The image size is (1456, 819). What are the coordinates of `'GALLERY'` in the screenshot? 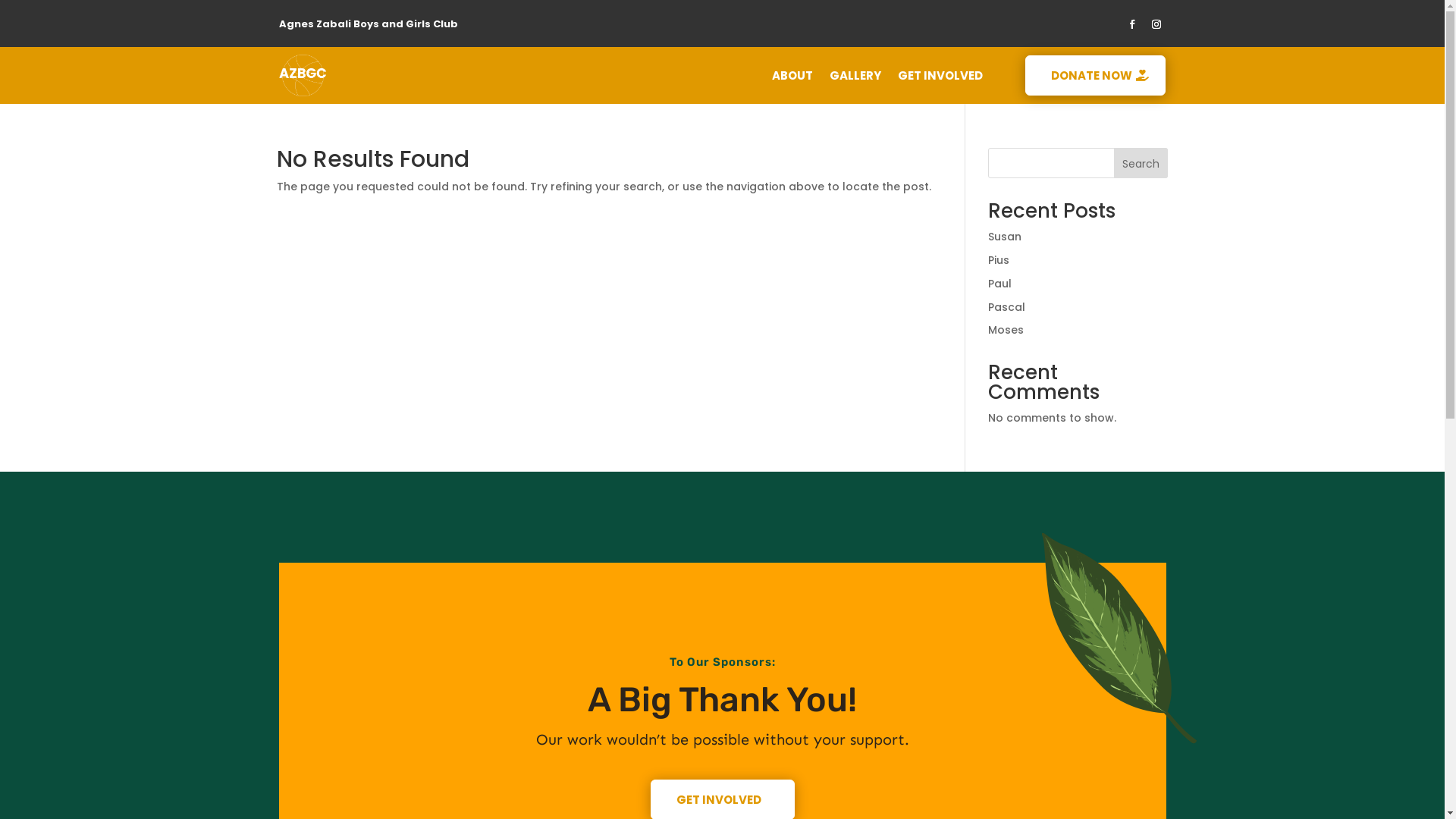 It's located at (855, 79).